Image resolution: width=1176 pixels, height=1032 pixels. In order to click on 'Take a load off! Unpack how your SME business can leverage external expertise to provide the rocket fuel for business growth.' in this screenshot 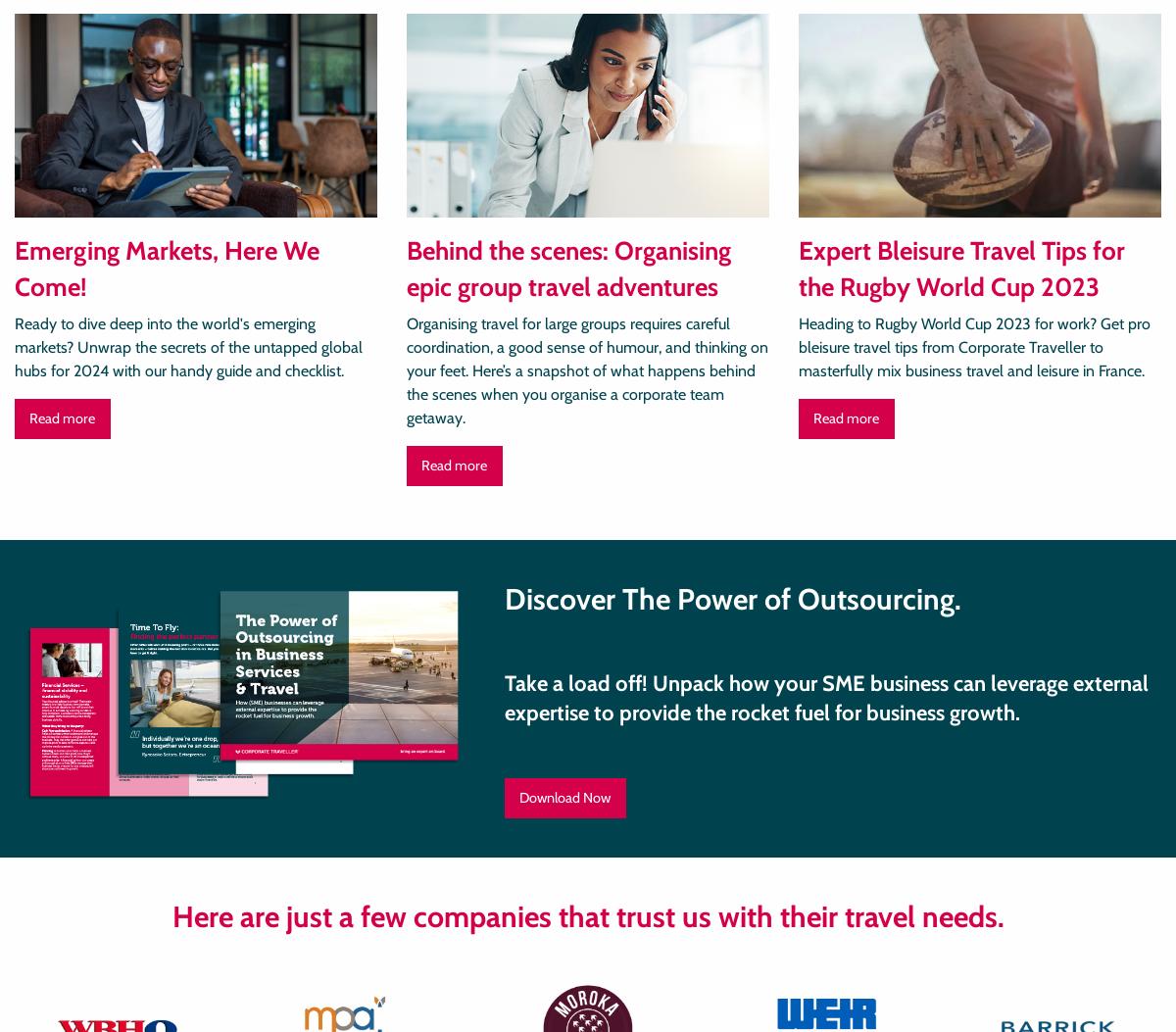, I will do `click(825, 698)`.